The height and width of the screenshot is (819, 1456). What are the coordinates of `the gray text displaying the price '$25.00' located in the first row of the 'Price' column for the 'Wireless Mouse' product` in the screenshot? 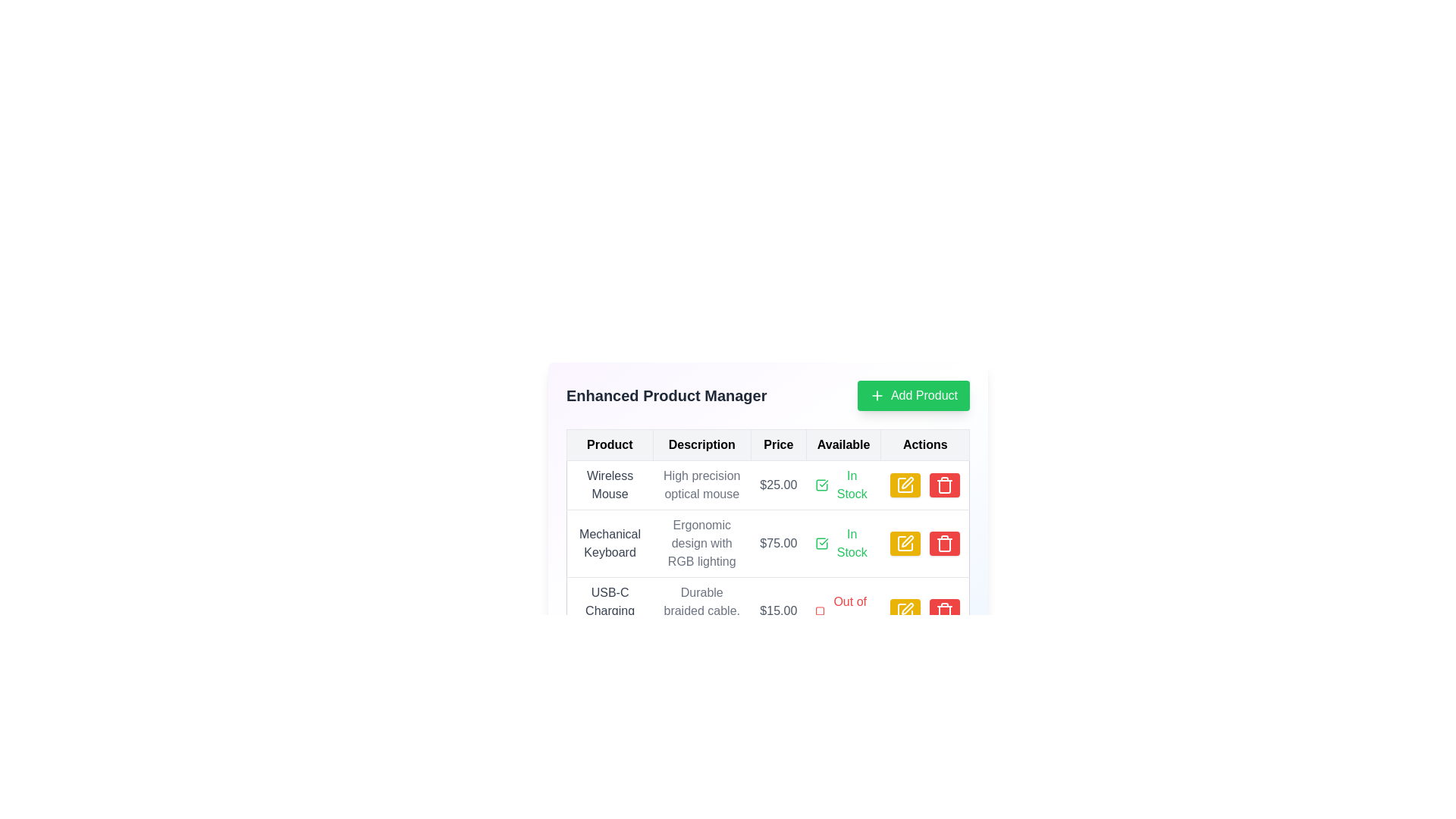 It's located at (778, 485).